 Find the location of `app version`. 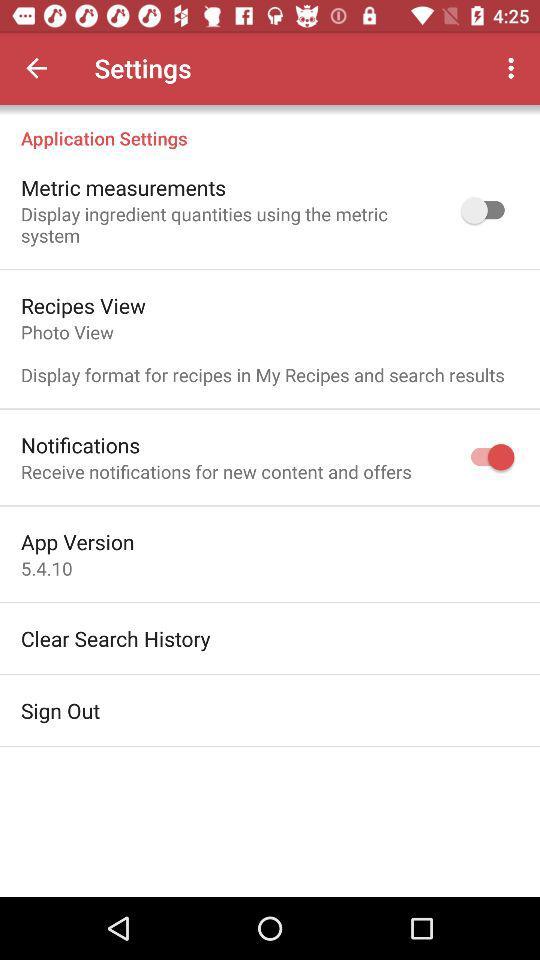

app version is located at coordinates (76, 541).